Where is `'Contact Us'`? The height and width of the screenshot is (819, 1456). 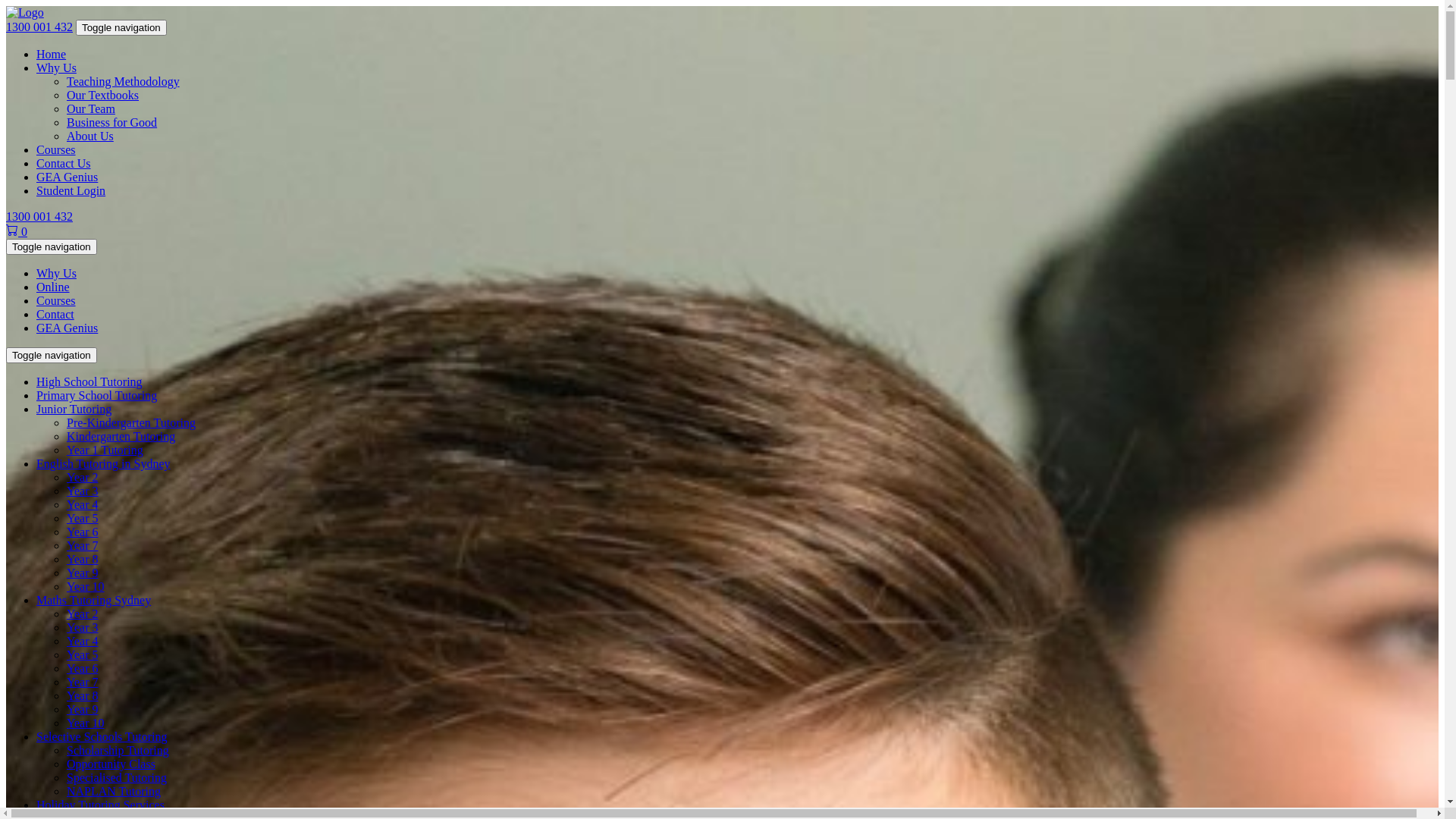 'Contact Us' is located at coordinates (36, 163).